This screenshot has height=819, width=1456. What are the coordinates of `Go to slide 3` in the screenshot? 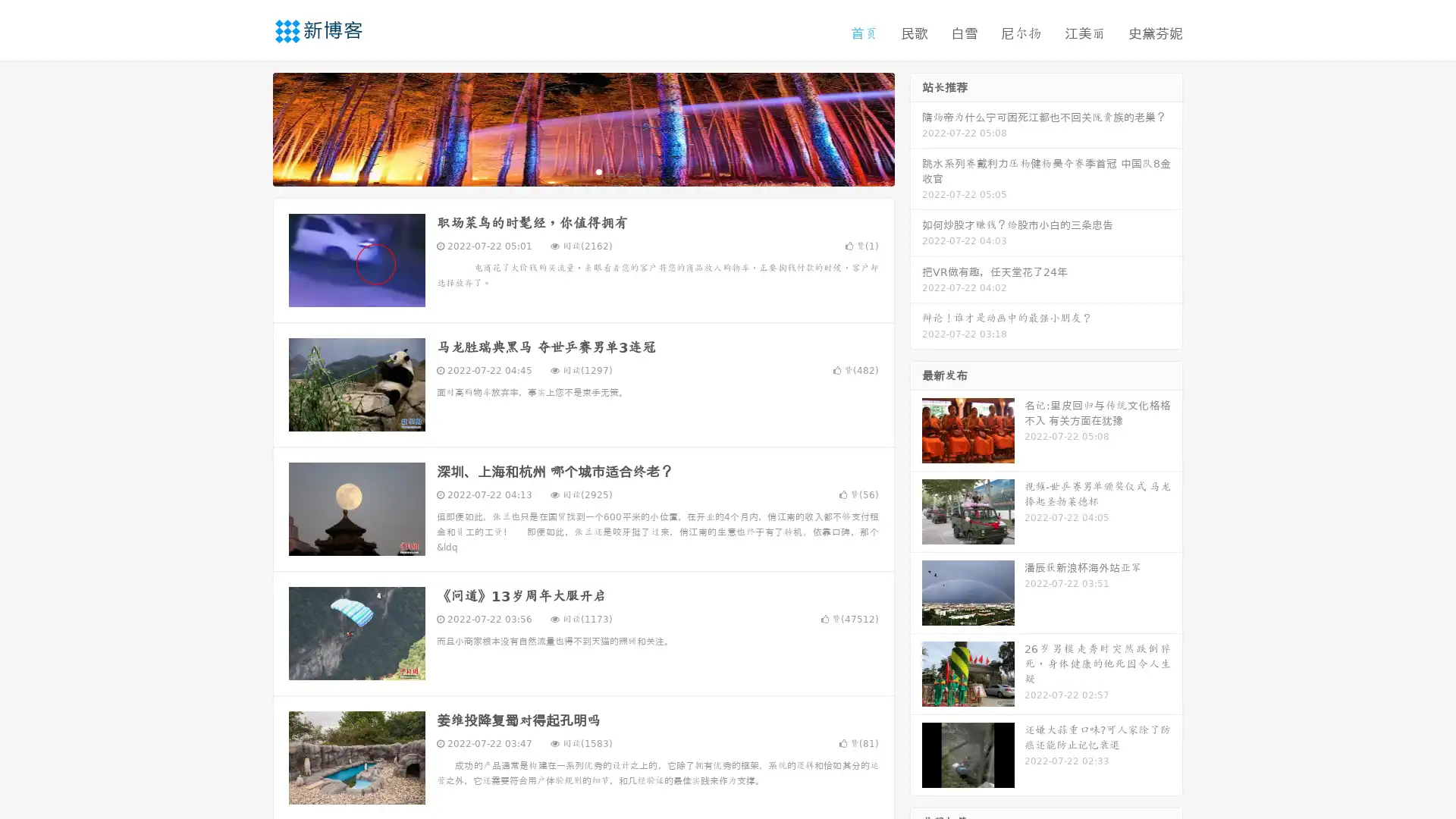 It's located at (598, 171).